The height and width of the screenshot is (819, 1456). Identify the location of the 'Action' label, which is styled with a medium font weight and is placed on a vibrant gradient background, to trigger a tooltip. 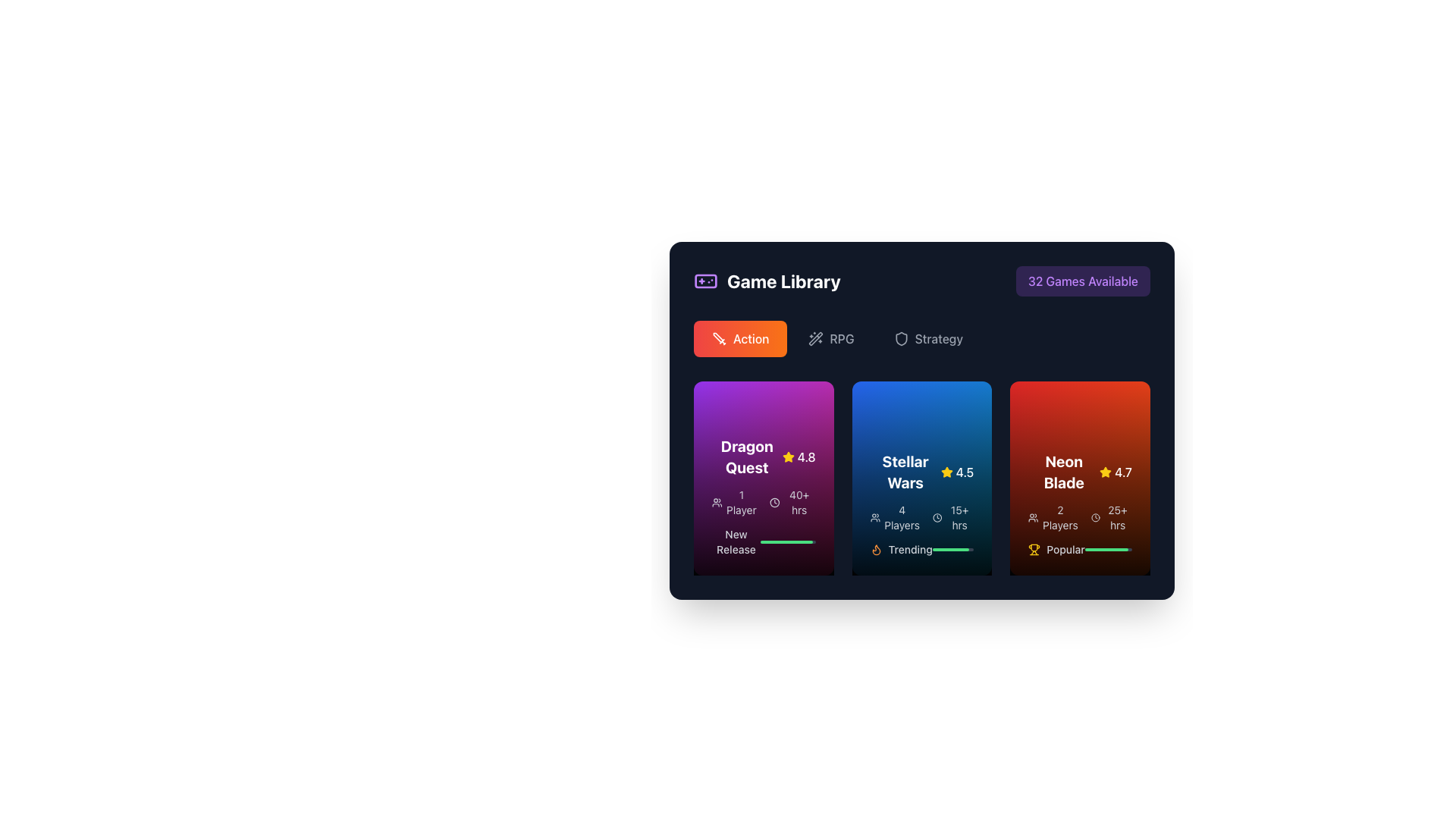
(751, 338).